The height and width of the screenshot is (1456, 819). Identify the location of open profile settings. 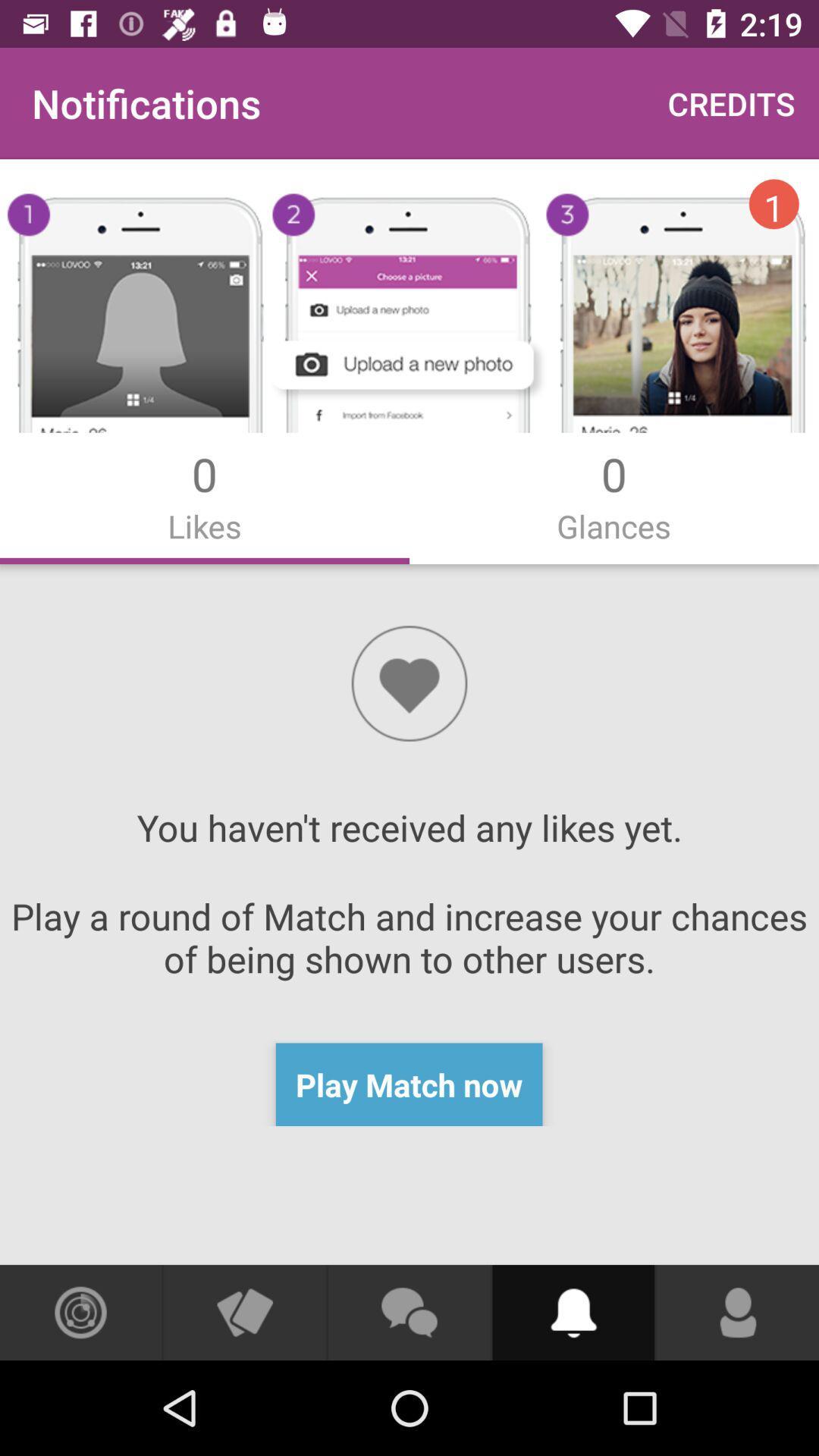
(737, 1312).